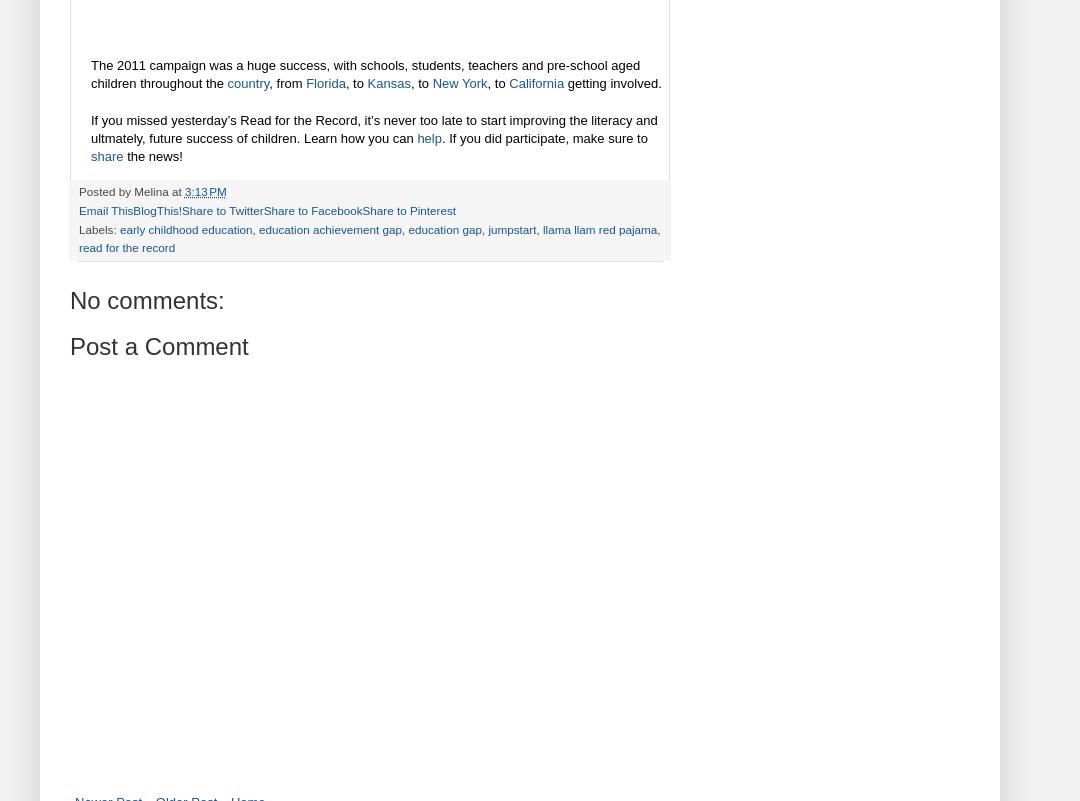 The image size is (1080, 801). I want to click on 'country', so click(246, 83).